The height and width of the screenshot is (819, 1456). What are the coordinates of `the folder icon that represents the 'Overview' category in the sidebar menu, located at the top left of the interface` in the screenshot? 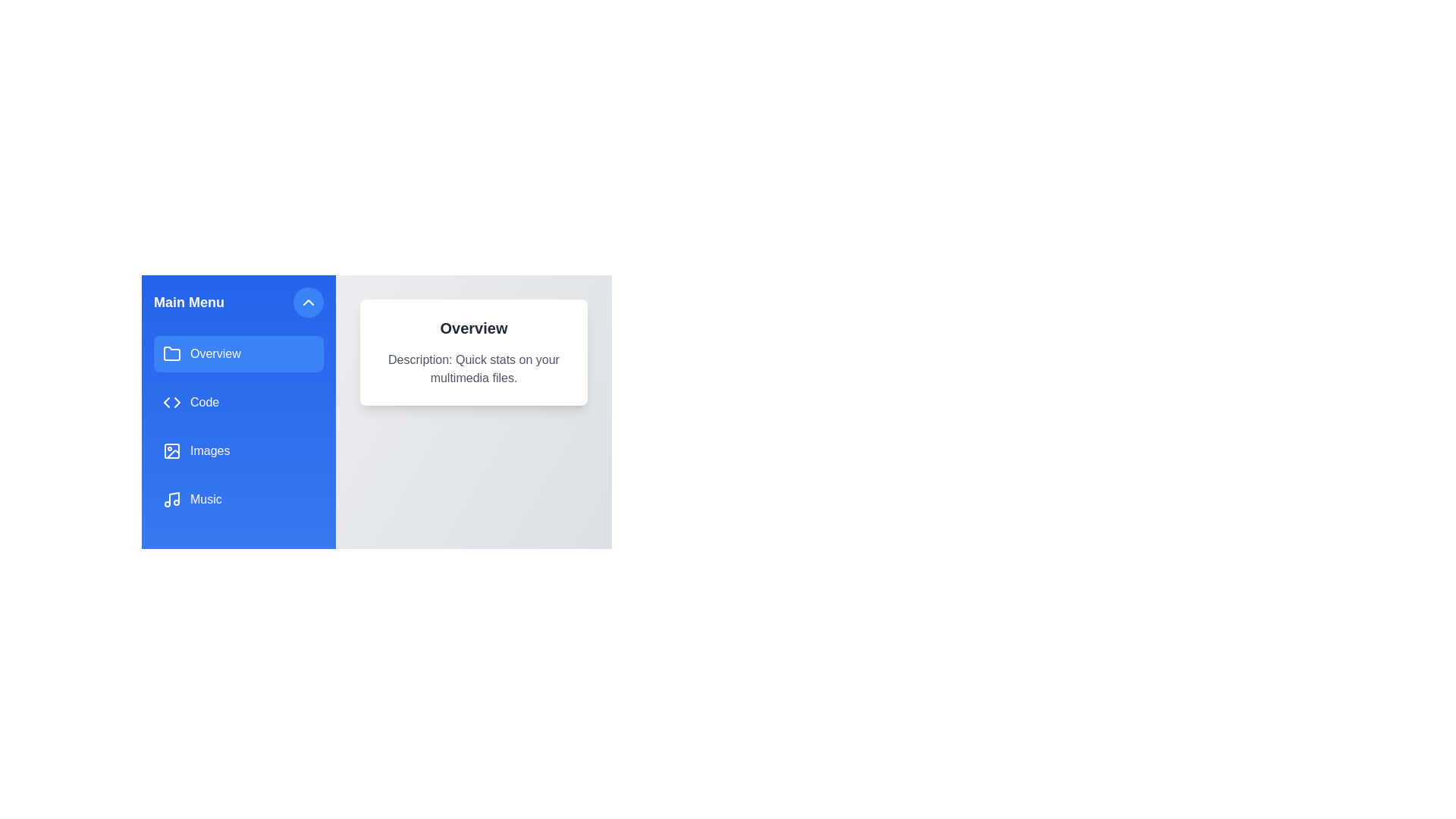 It's located at (171, 353).